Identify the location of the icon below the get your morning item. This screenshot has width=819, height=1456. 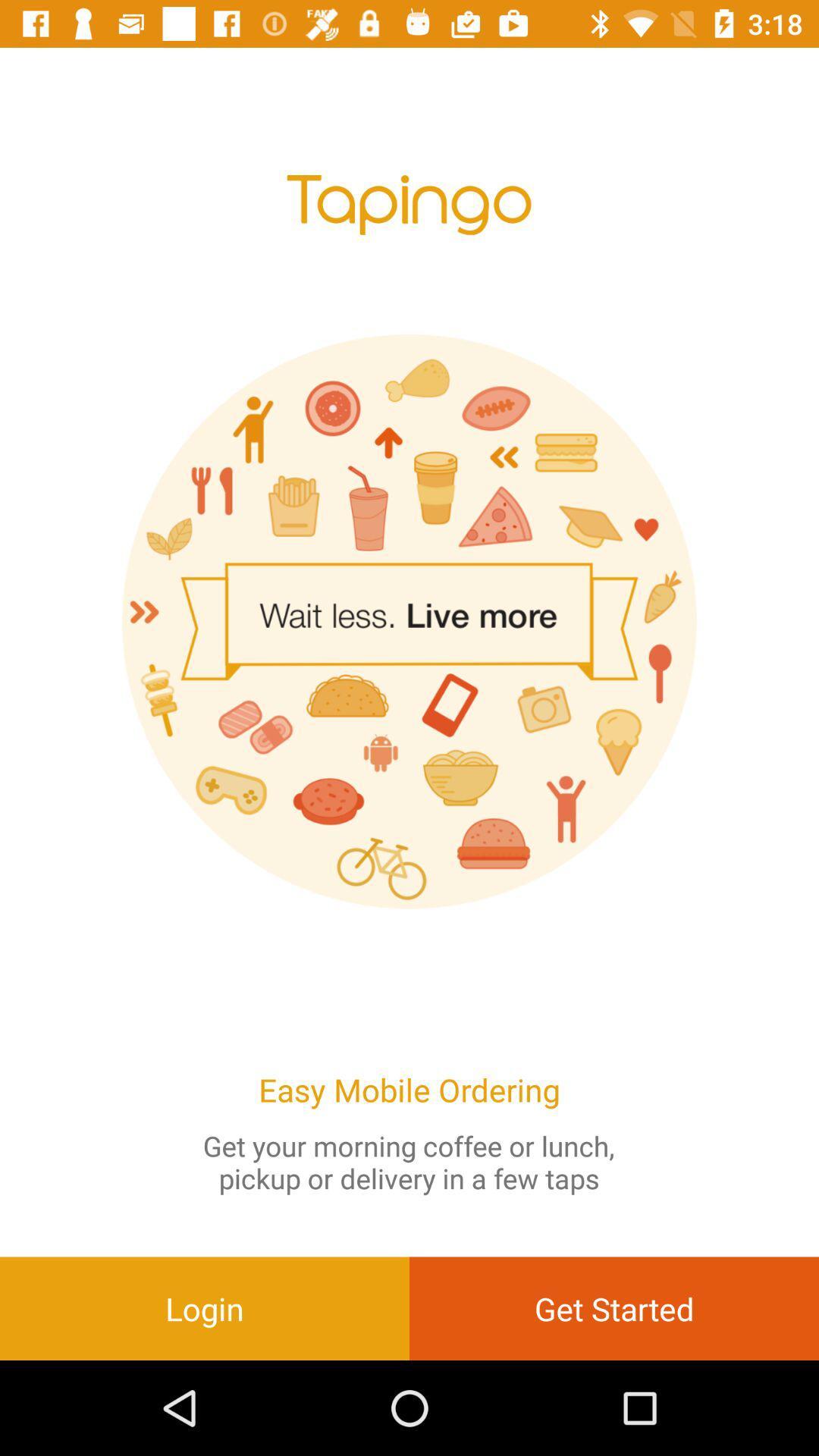
(614, 1307).